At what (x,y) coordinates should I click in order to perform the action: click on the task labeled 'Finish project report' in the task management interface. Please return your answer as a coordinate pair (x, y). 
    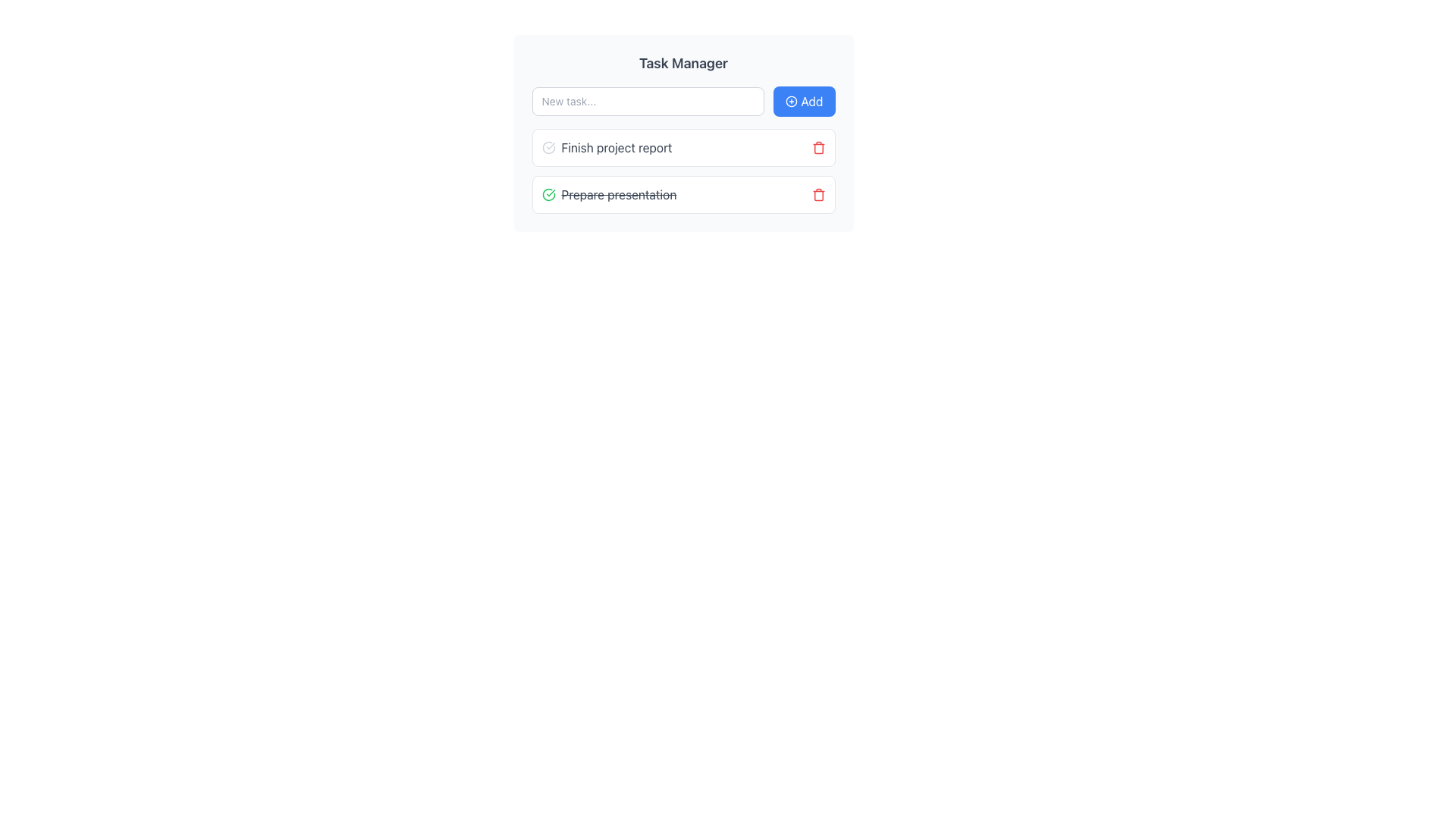
    Looking at the image, I should click on (682, 148).